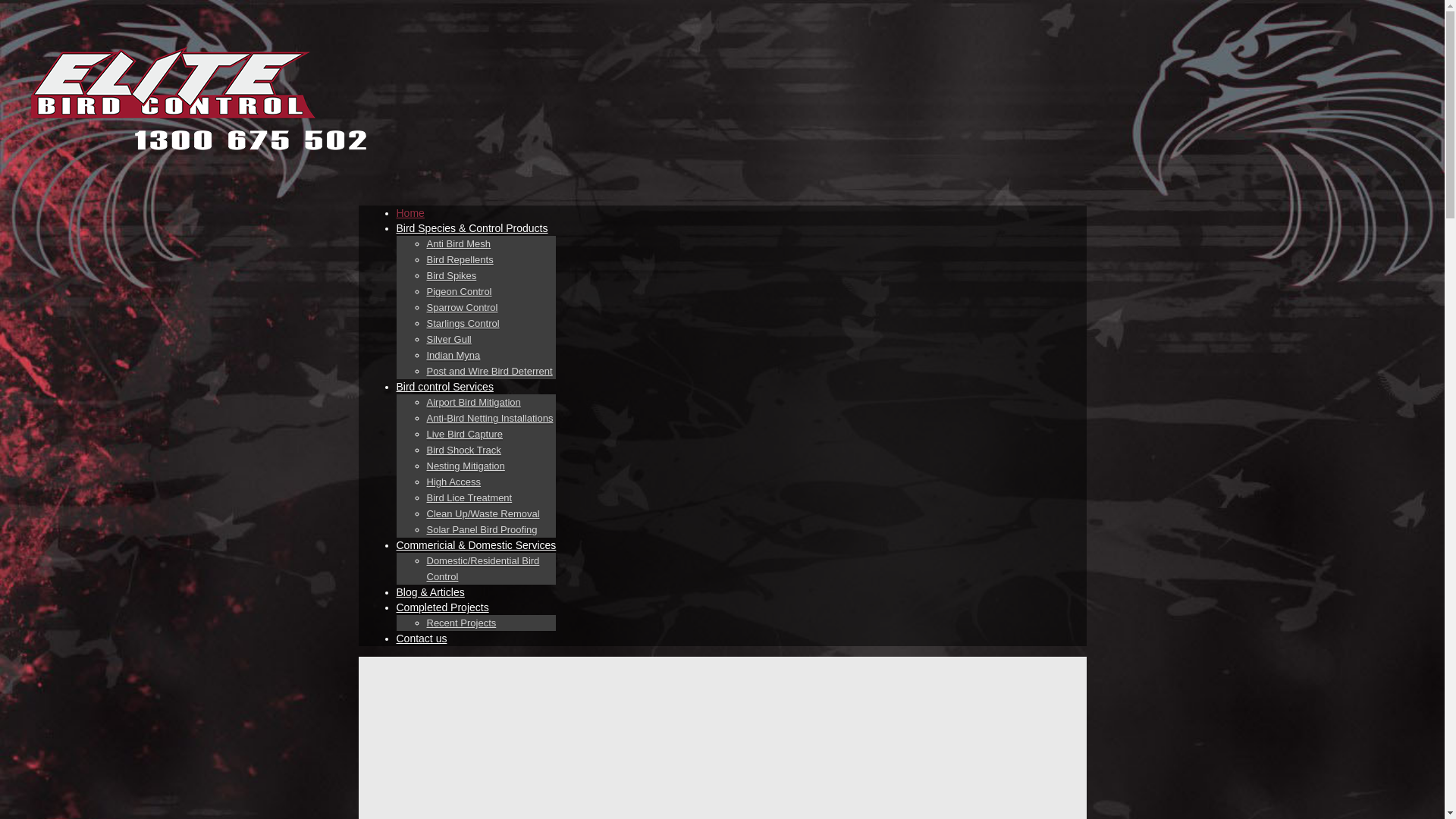 The image size is (1456, 819). What do you see at coordinates (457, 292) in the screenshot?
I see `'Pigeon Control'` at bounding box center [457, 292].